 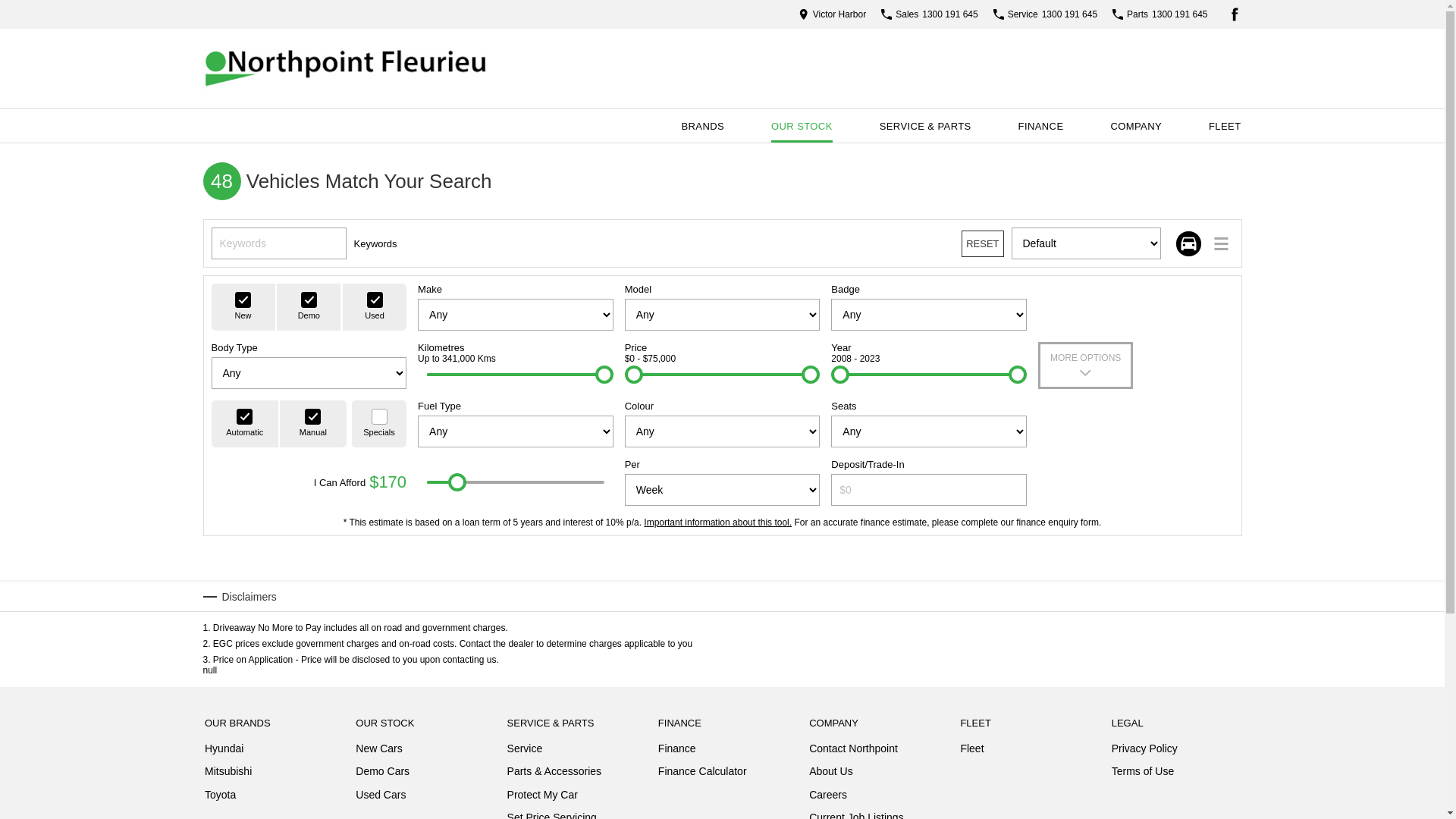 What do you see at coordinates (542, 797) in the screenshot?
I see `'Protect My Car'` at bounding box center [542, 797].